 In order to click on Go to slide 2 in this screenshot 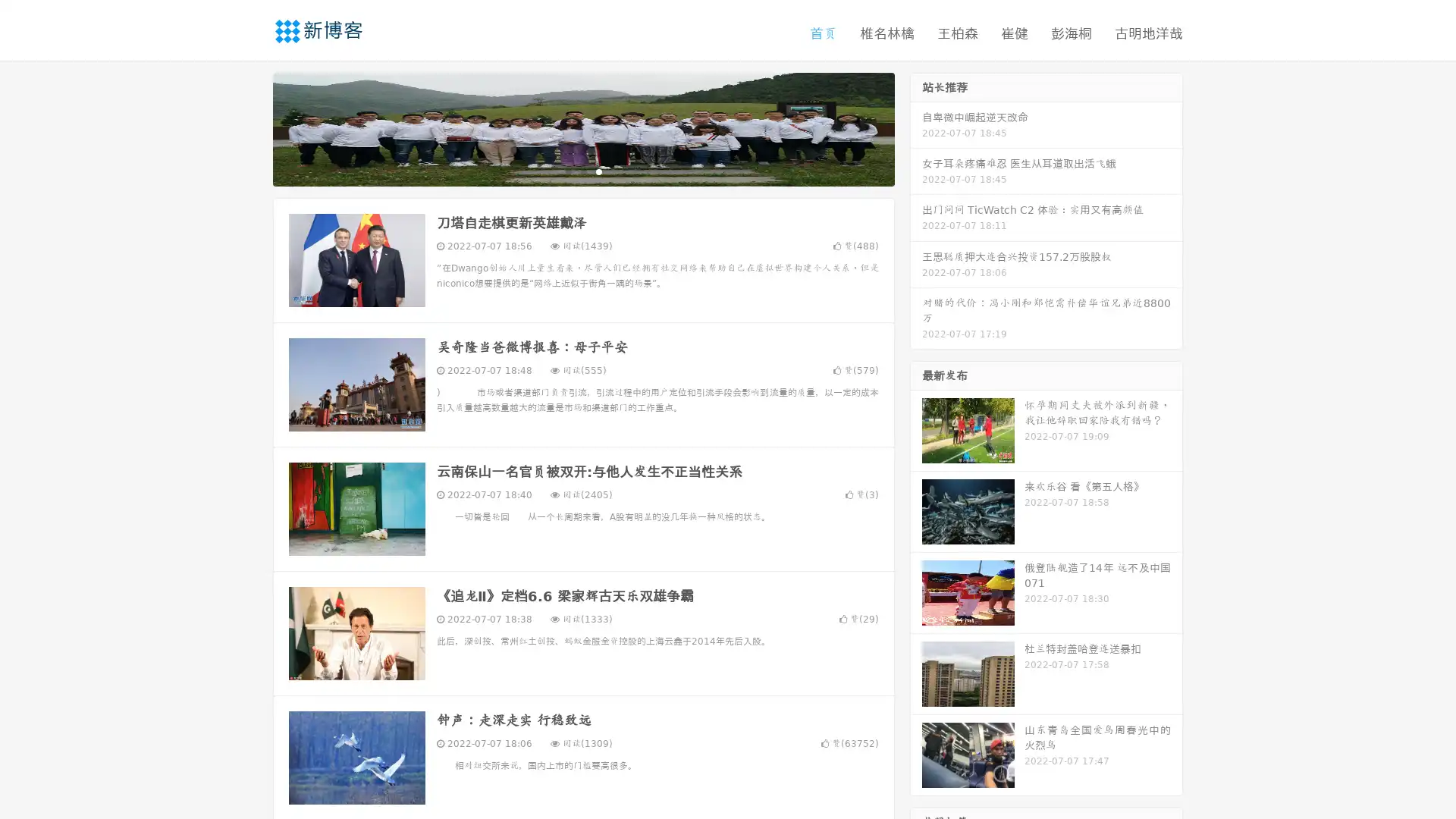, I will do `click(582, 171)`.